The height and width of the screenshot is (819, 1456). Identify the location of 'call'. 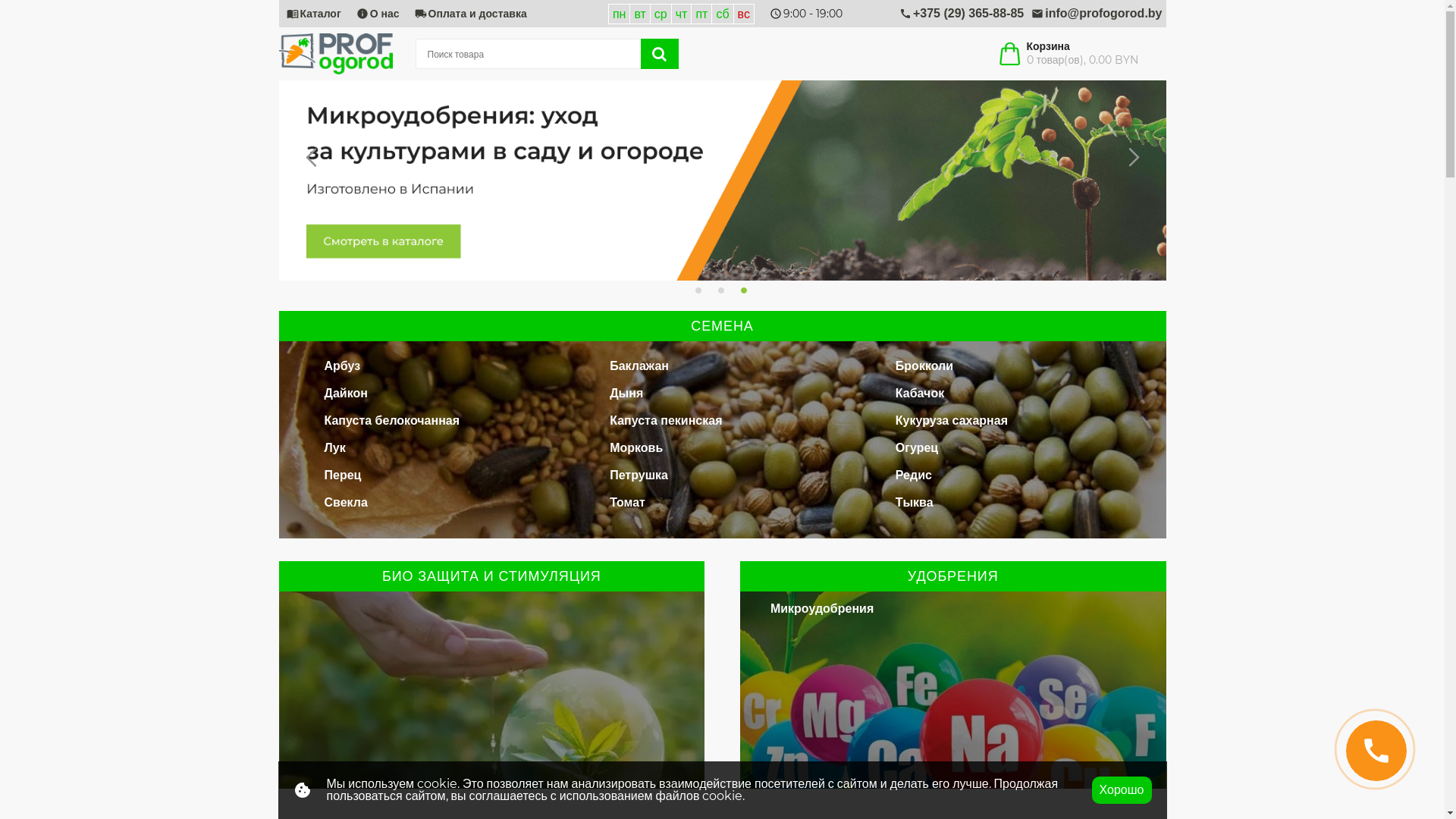
(1376, 751).